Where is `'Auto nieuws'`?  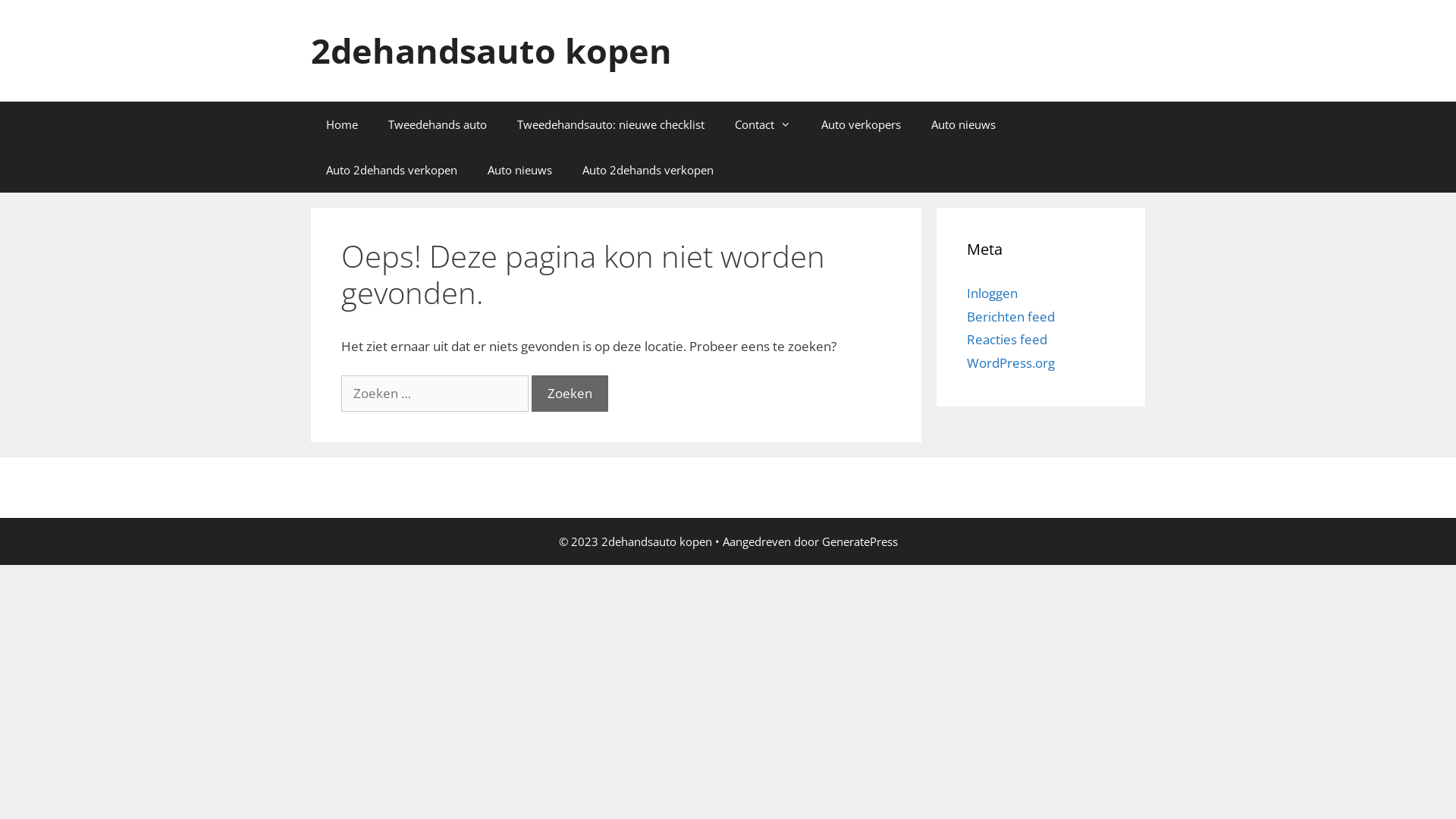 'Auto nieuws' is located at coordinates (519, 169).